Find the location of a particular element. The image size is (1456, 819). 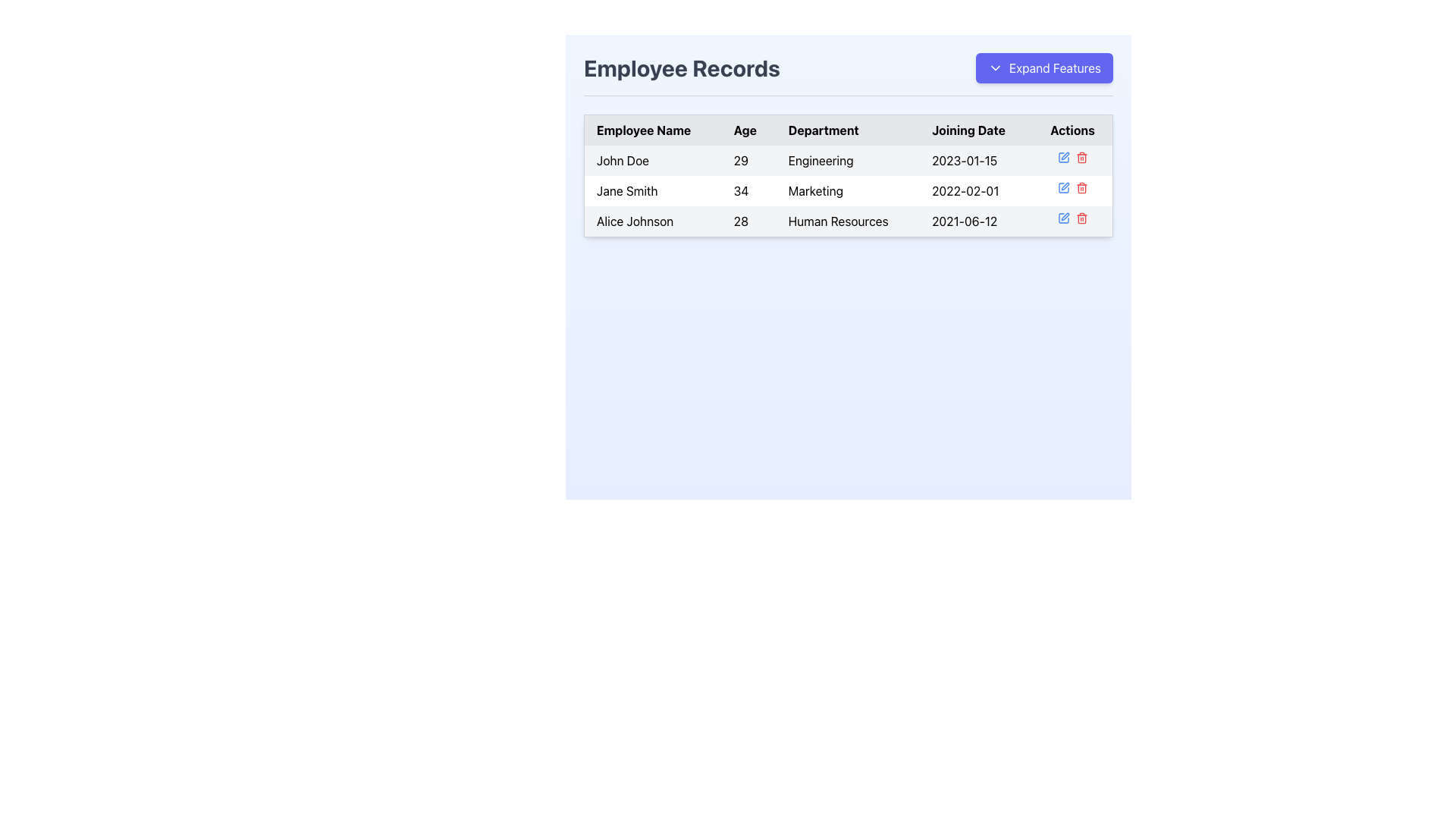

the text element displaying '2022-02-01' in the 'Joining Date' column of the 'Employee Records' table, which corresponds to 'Jane Smith' is located at coordinates (976, 190).